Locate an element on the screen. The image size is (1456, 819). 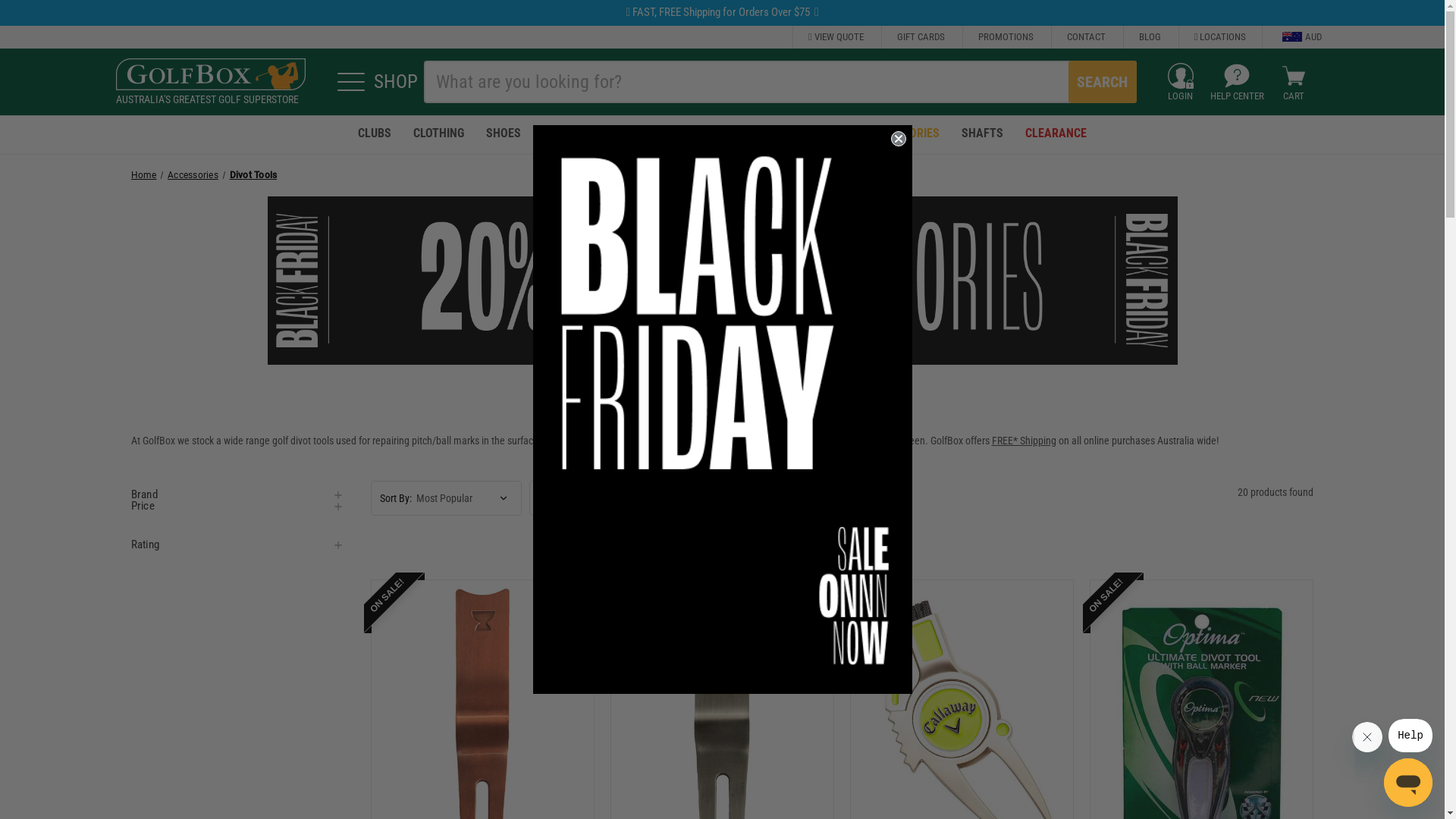
'TECHNOLOGY' is located at coordinates (811, 133).